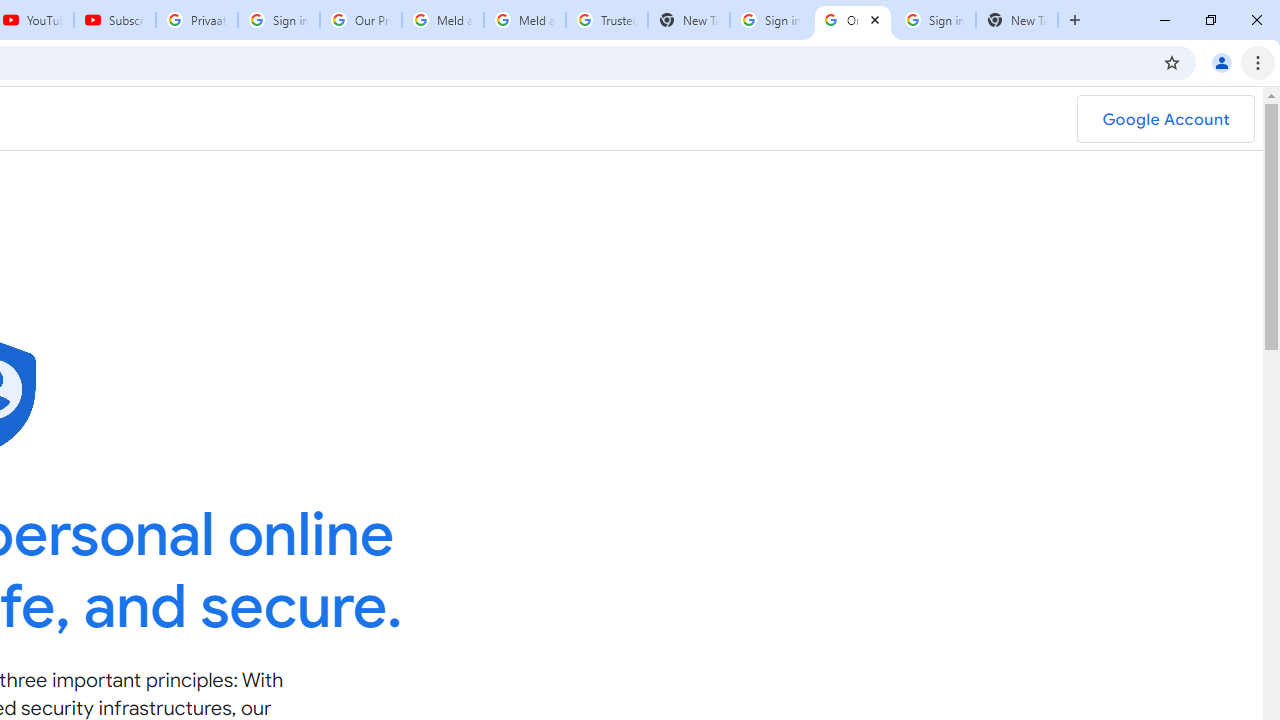  What do you see at coordinates (934, 20) in the screenshot?
I see `'Sign in - Google Accounts'` at bounding box center [934, 20].